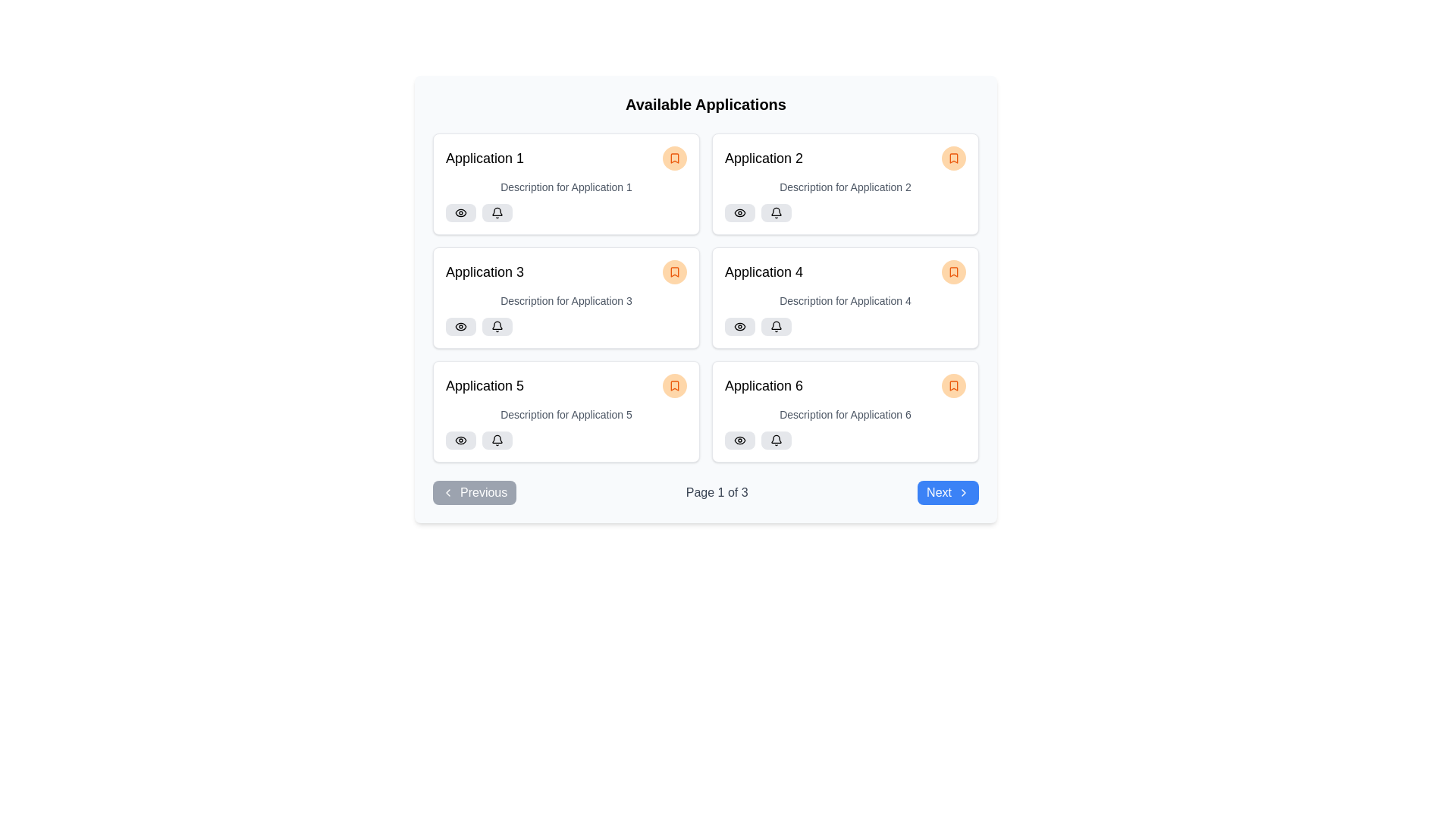 This screenshot has height=819, width=1456. What do you see at coordinates (844, 184) in the screenshot?
I see `the informational card for 'Application 2'` at bounding box center [844, 184].